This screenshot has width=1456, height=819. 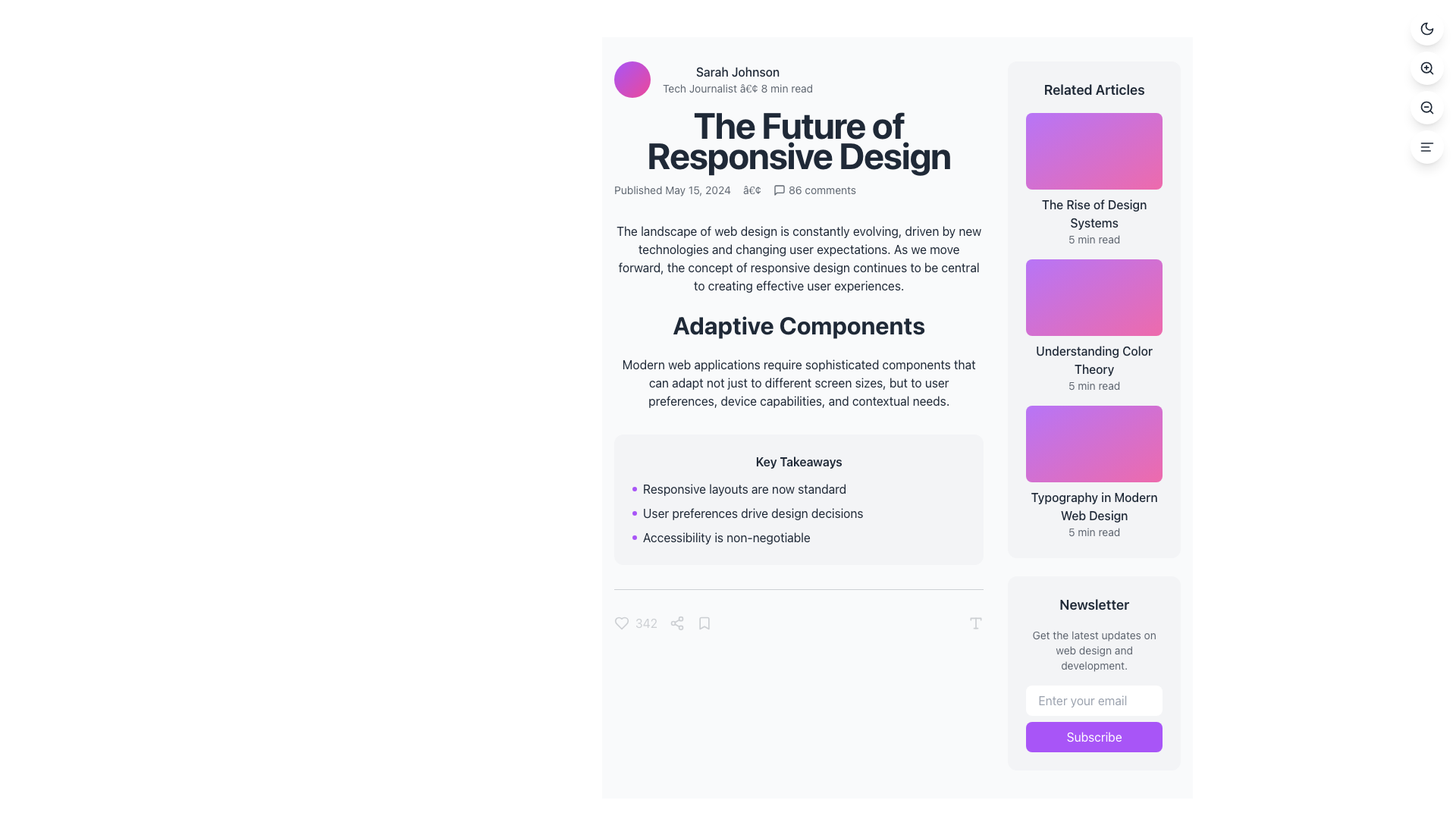 I want to click on the bookmark icon, which is styled with a minimalistic gray outline and is the third icon in a row of interactive elements beneath the main content, so click(x=704, y=623).